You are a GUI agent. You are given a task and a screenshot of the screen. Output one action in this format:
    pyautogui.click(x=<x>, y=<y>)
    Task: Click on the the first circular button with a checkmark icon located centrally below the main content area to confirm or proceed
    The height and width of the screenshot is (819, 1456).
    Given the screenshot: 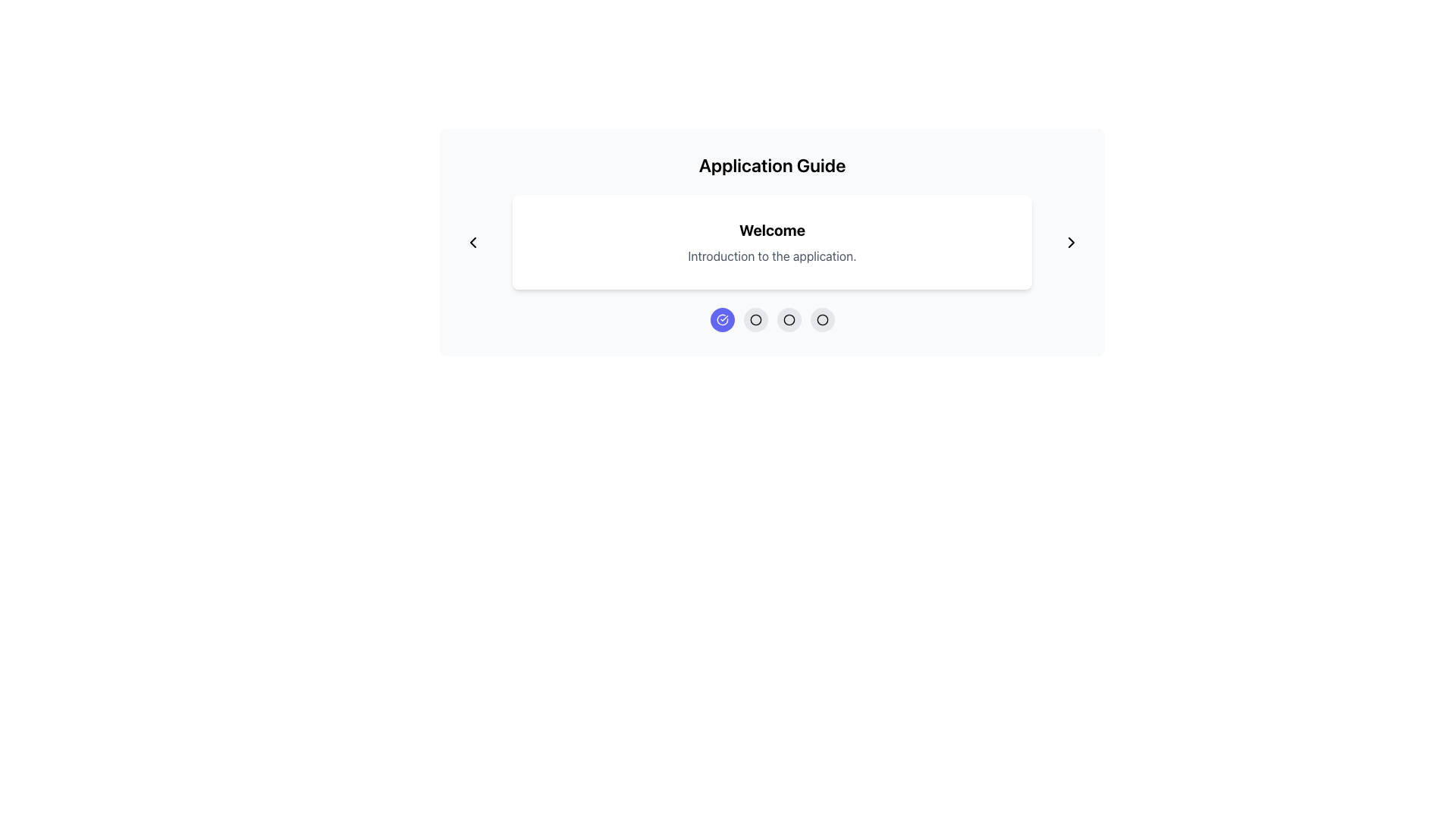 What is the action you would take?
    pyautogui.click(x=721, y=318)
    